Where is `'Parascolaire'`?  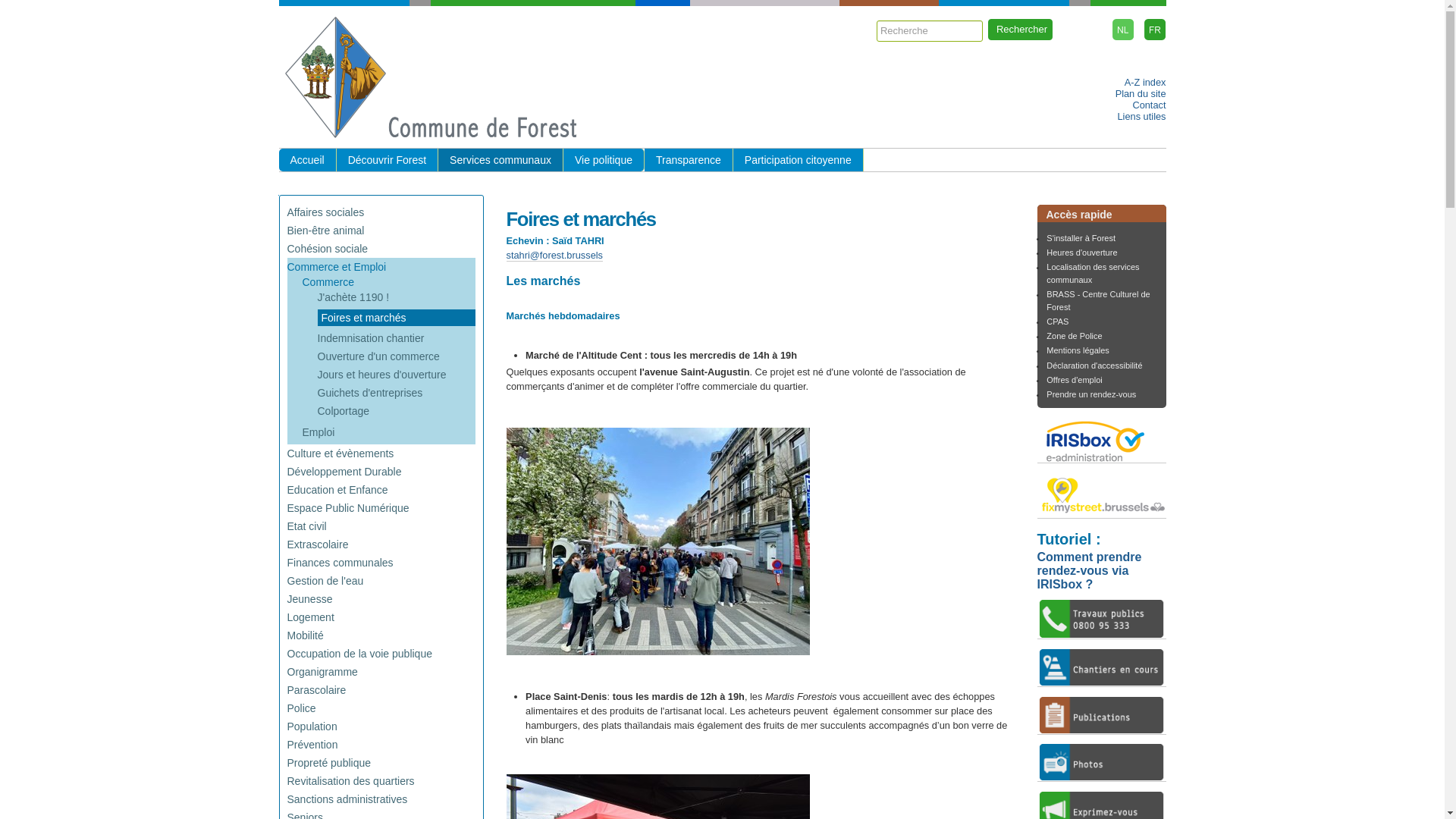 'Parascolaire' is located at coordinates (315, 690).